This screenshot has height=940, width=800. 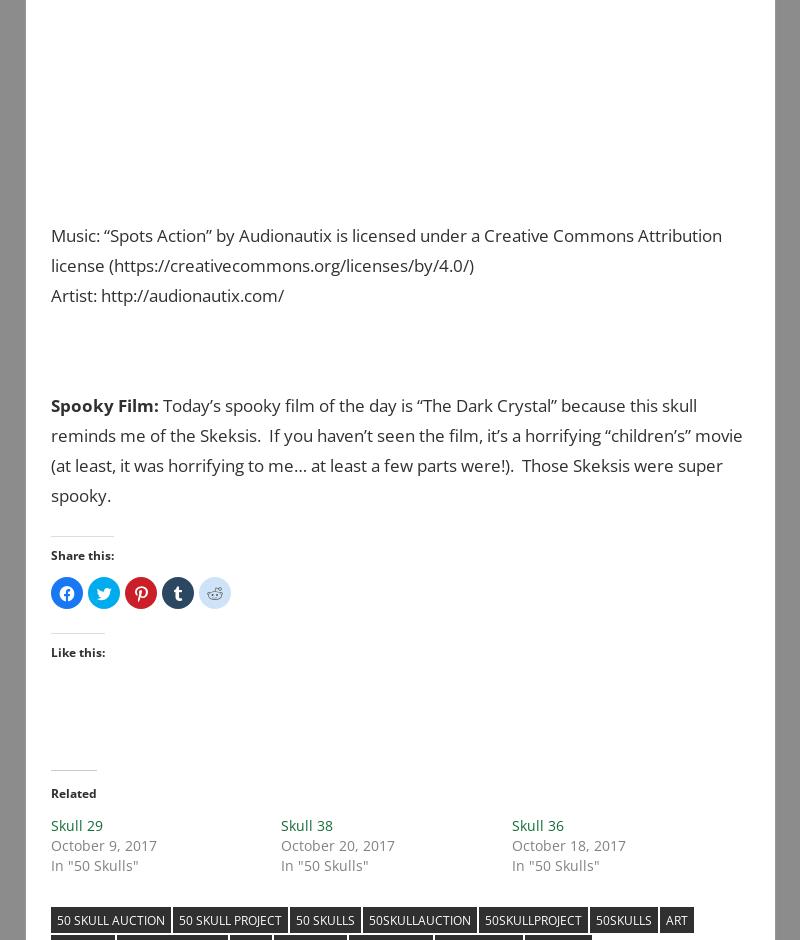 I want to click on '50 skull project', so click(x=178, y=918).